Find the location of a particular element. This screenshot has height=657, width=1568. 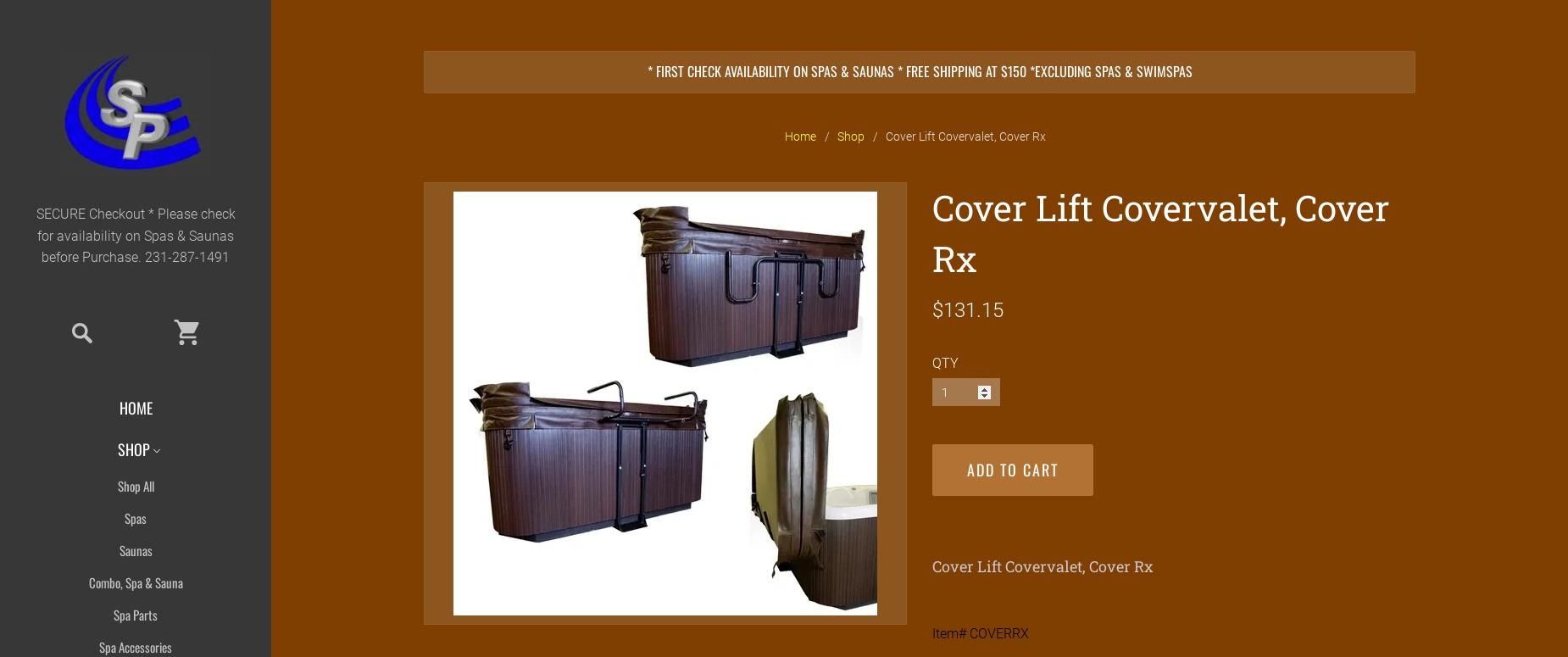

'Shop All' is located at coordinates (134, 485).